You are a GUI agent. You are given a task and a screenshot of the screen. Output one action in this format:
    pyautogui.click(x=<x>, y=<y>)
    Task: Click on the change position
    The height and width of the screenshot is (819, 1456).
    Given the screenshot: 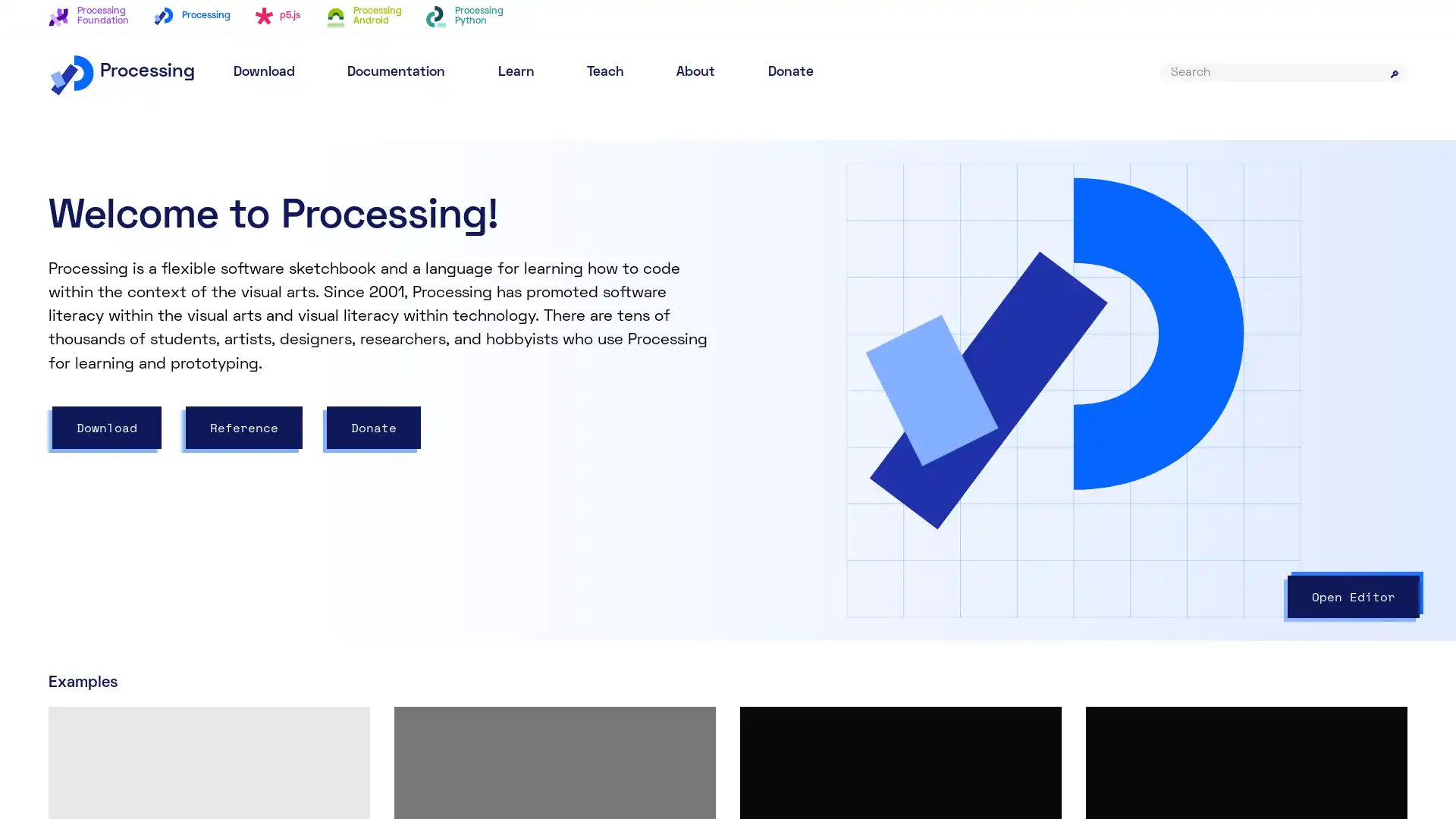 What is the action you would take?
    pyautogui.click(x=1014, y=416)
    